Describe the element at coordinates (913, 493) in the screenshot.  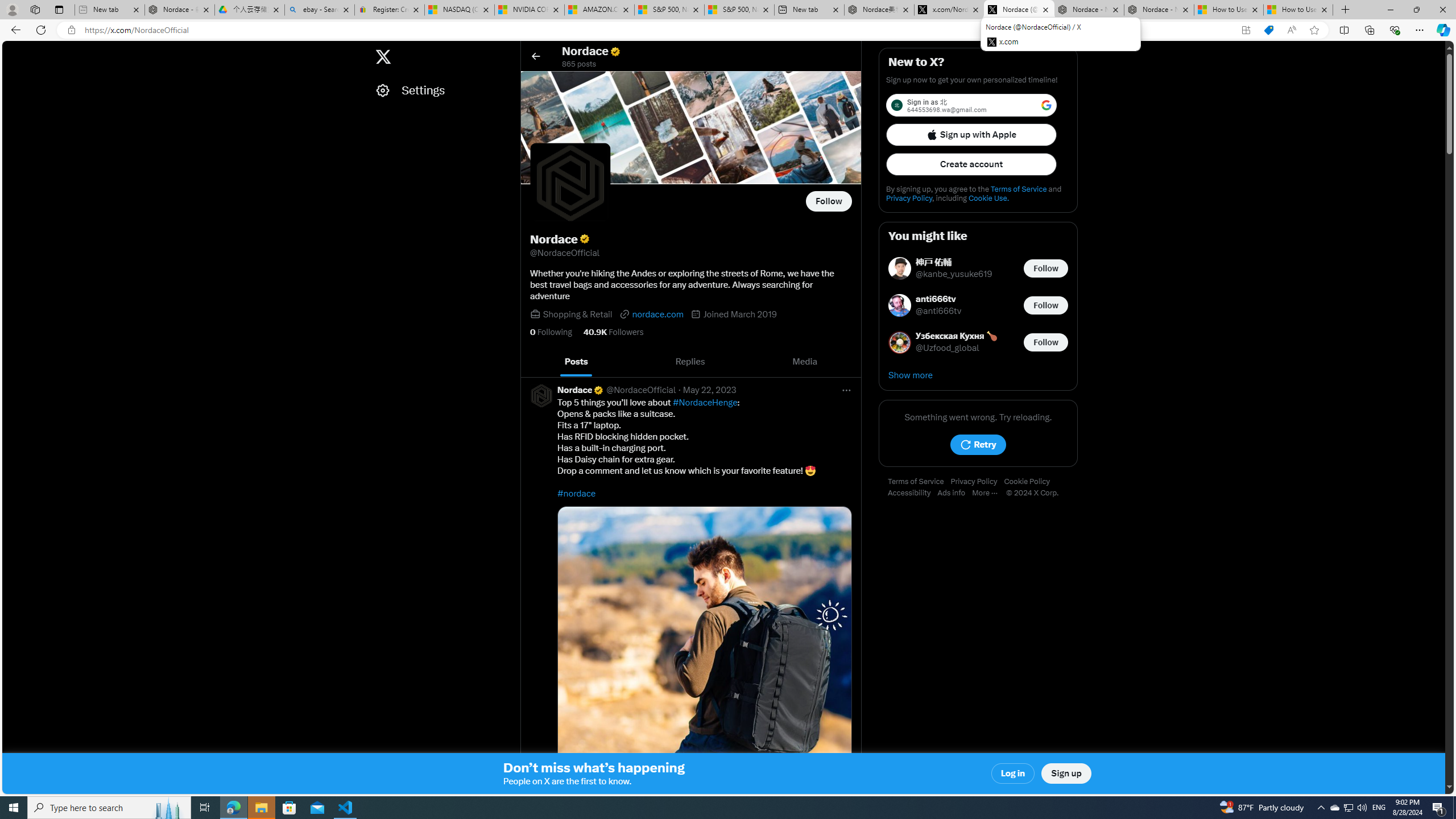
I see `'Accessibility'` at that location.